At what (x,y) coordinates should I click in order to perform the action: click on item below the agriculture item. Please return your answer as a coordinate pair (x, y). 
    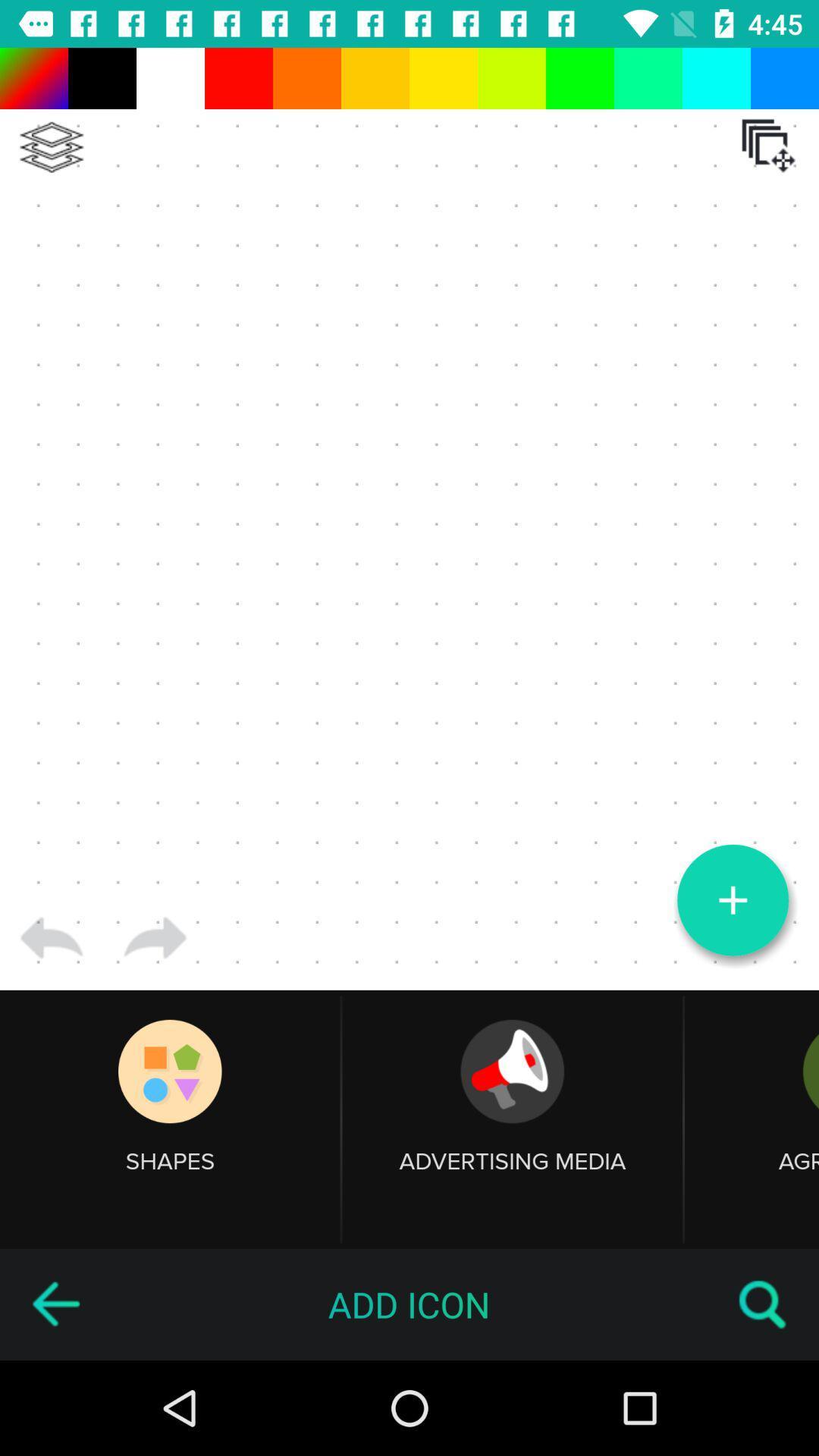
    Looking at the image, I should click on (763, 1304).